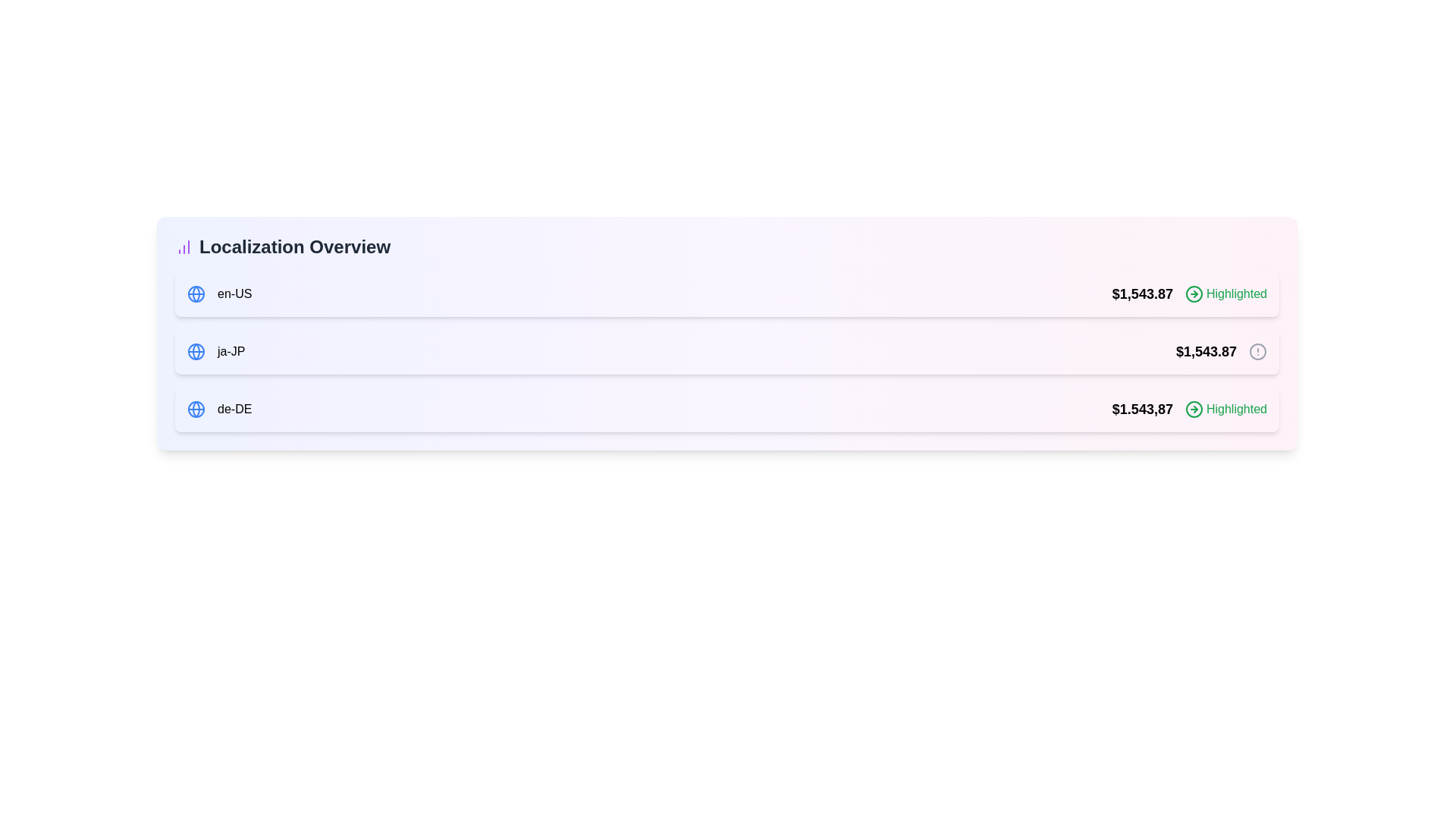 The width and height of the screenshot is (1456, 819). What do you see at coordinates (231, 351) in the screenshot?
I see `the Text Label representing the locale identifier (Japanese - Japan) located in the second row of the 'Localization Overview' section for inspection` at bounding box center [231, 351].